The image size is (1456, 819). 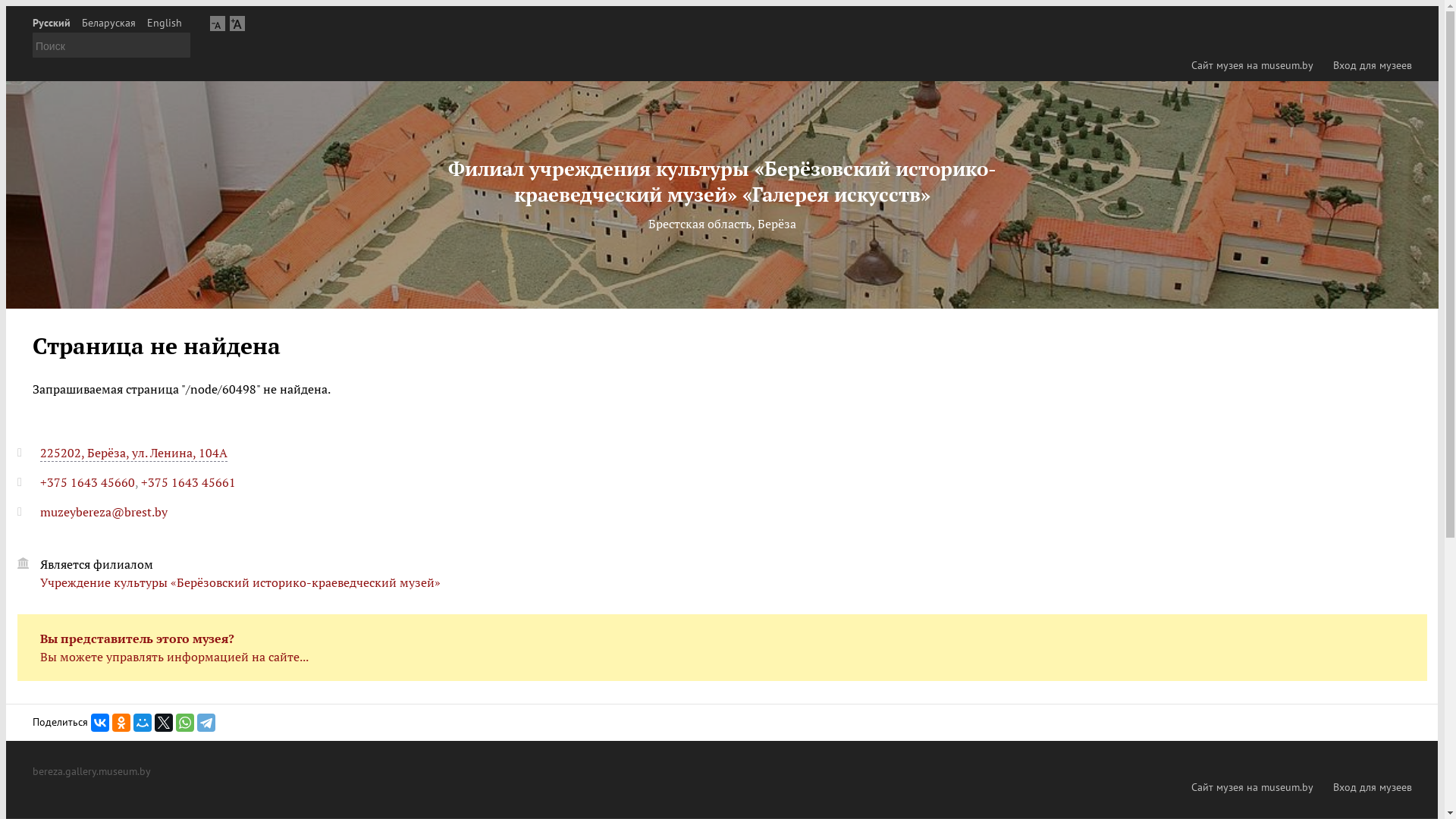 I want to click on 'A', so click(x=236, y=23).